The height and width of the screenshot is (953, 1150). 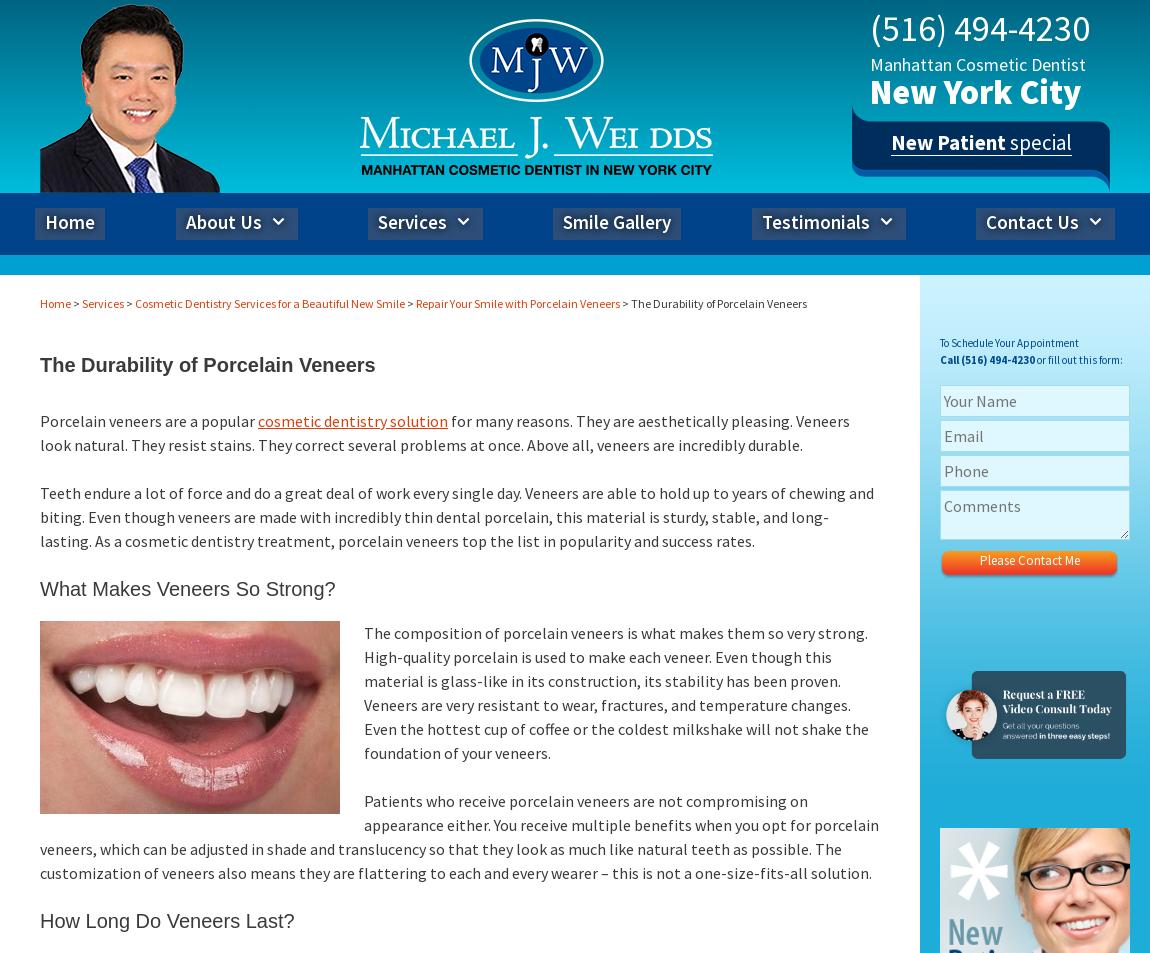 What do you see at coordinates (223, 220) in the screenshot?
I see `'About Us'` at bounding box center [223, 220].